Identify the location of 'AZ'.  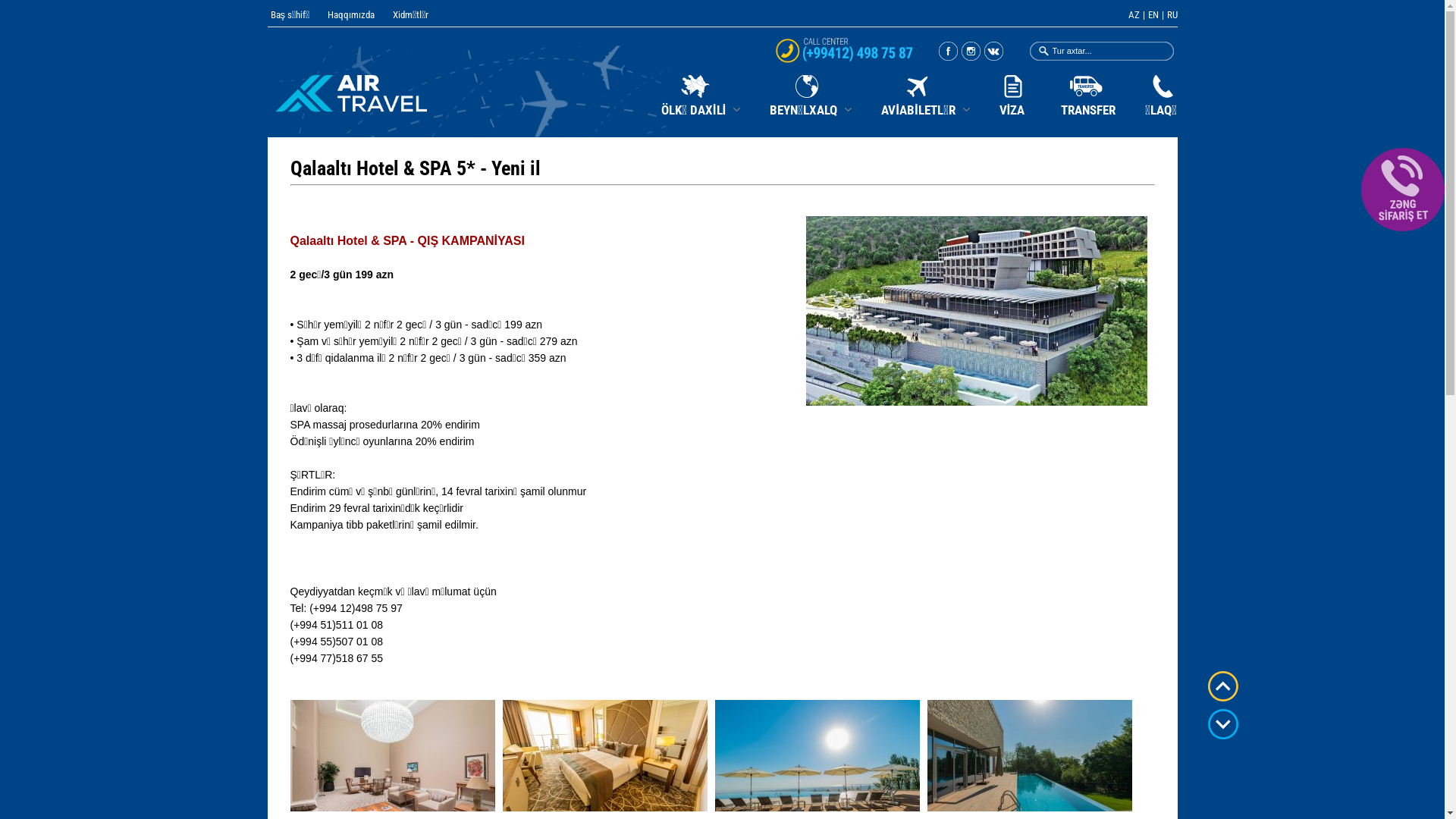
(1134, 14).